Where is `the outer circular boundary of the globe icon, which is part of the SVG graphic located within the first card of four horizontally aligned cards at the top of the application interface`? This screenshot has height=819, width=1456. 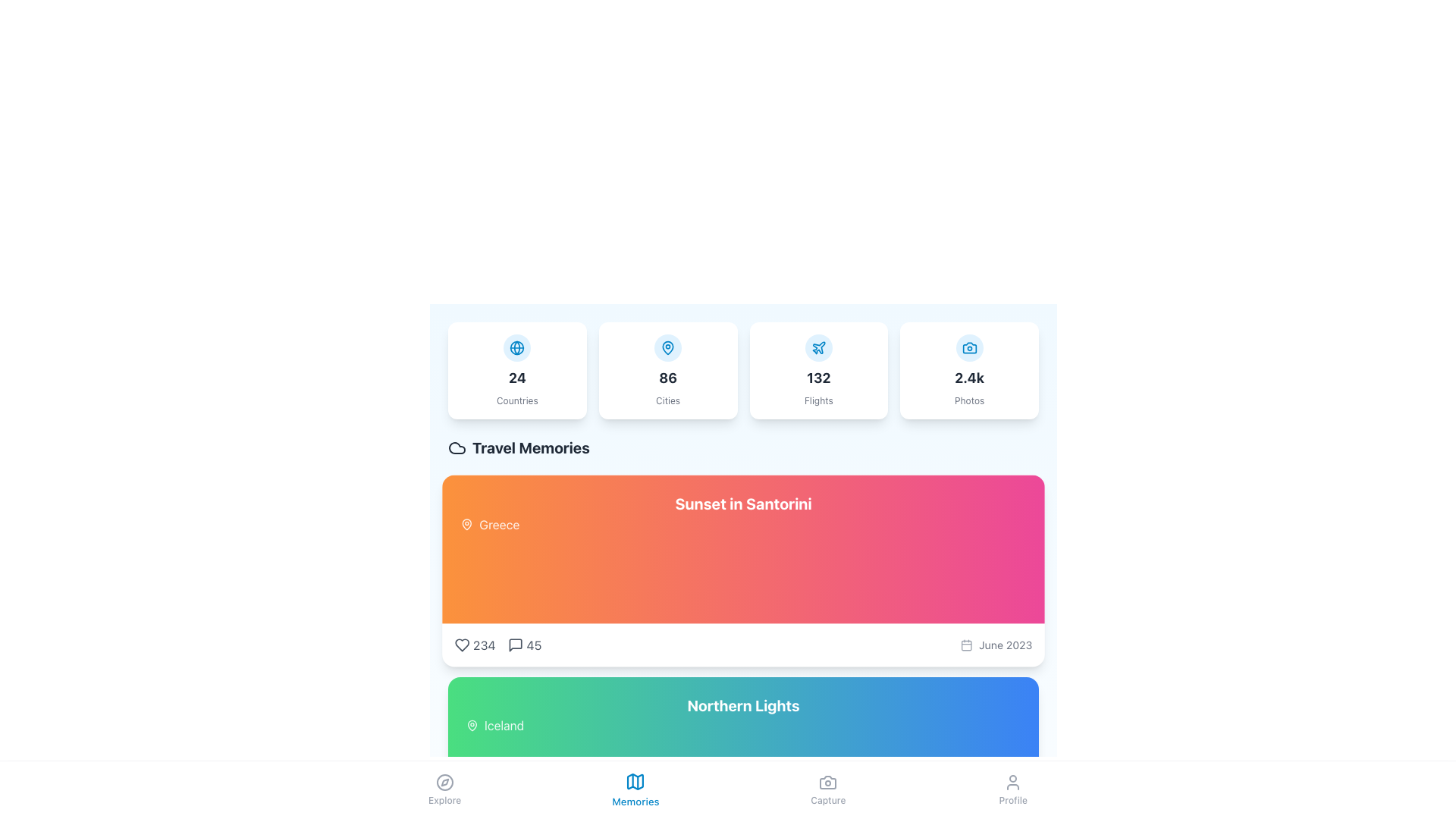 the outer circular boundary of the globe icon, which is part of the SVG graphic located within the first card of four horizontally aligned cards at the top of the application interface is located at coordinates (517, 348).